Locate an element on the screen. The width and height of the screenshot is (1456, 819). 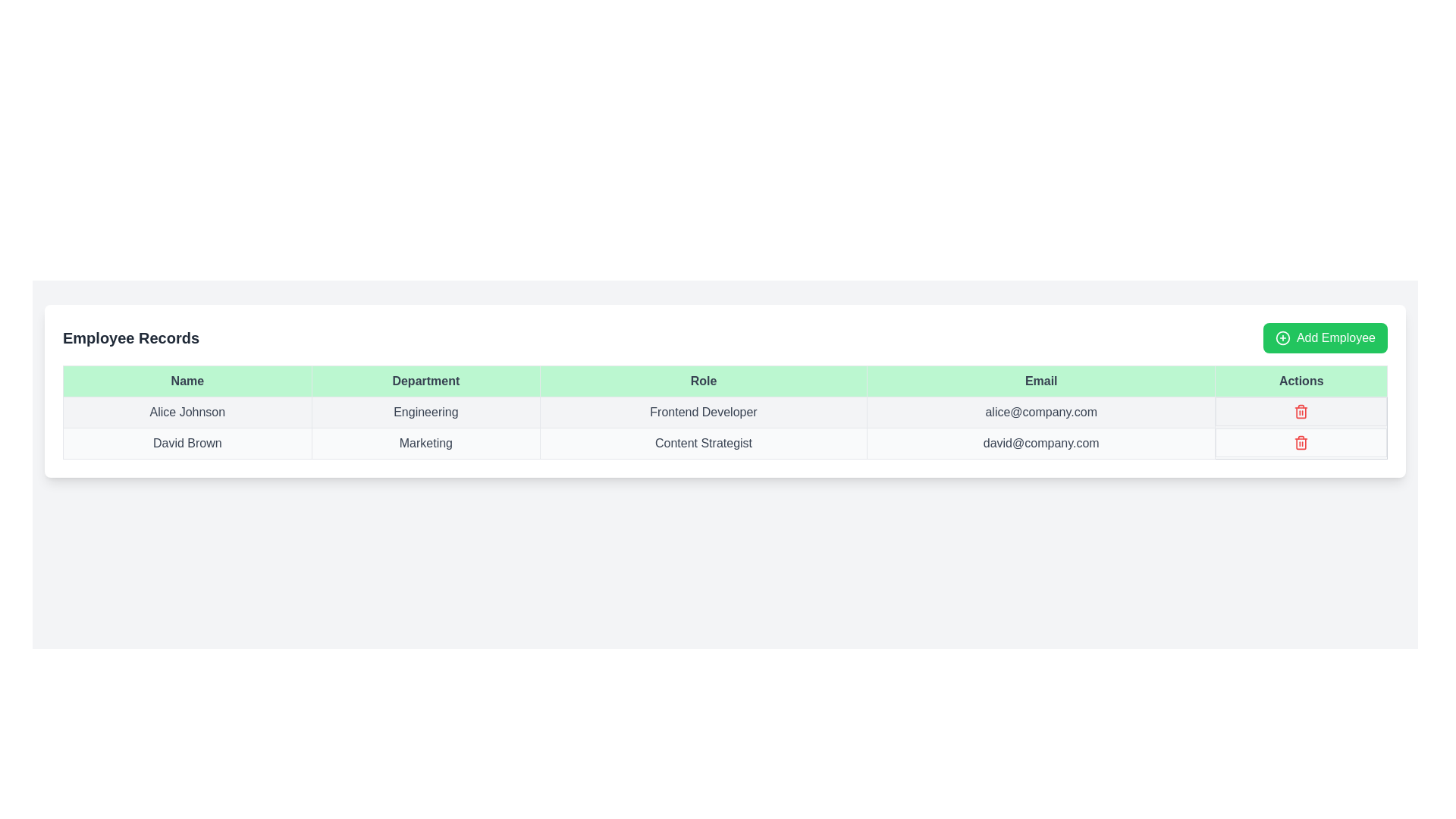
the icon button is located at coordinates (1301, 442).